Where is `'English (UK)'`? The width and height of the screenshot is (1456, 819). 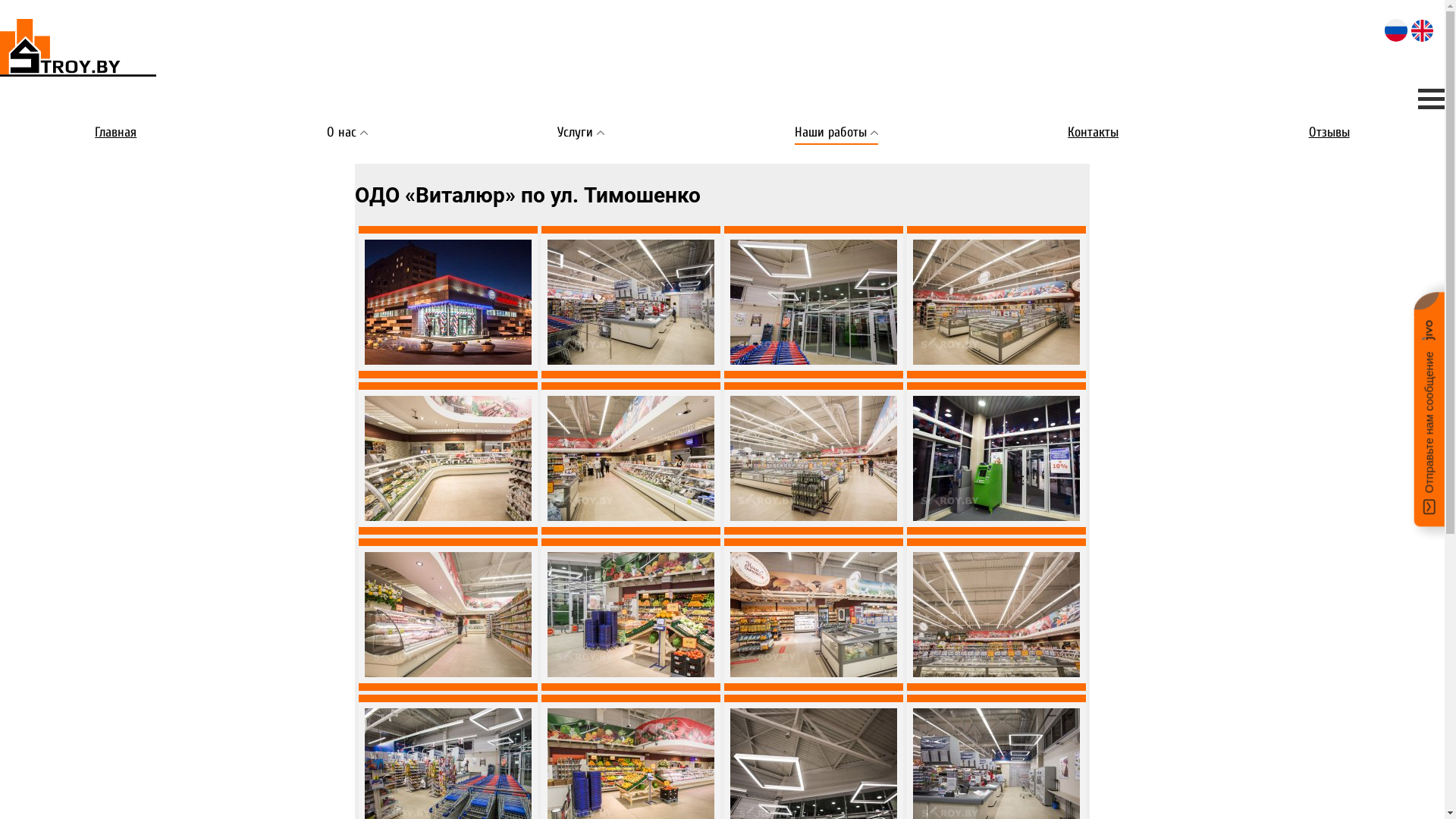
'English (UK)' is located at coordinates (1421, 30).